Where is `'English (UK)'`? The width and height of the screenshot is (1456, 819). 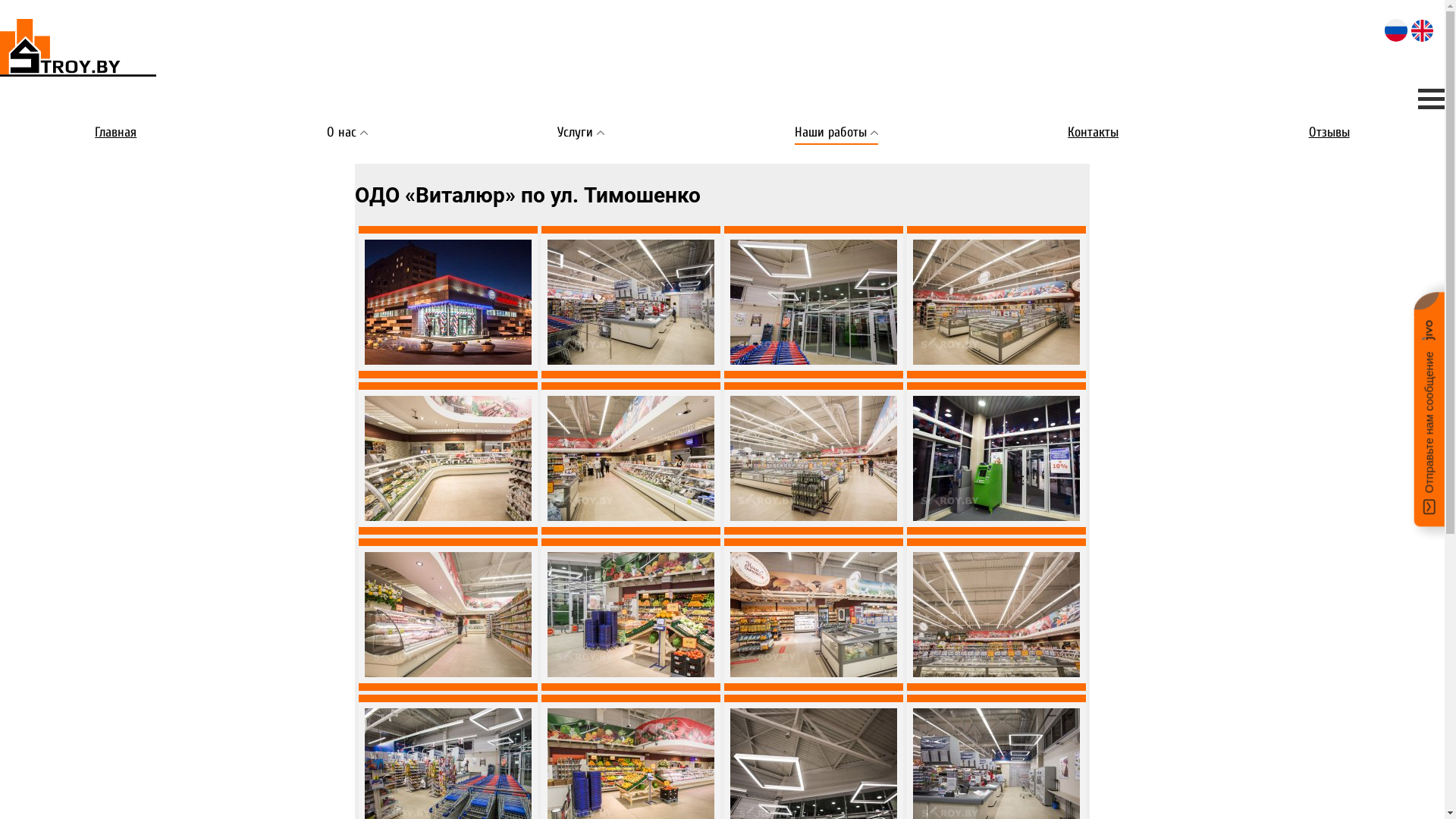
'English (UK)' is located at coordinates (1421, 30).